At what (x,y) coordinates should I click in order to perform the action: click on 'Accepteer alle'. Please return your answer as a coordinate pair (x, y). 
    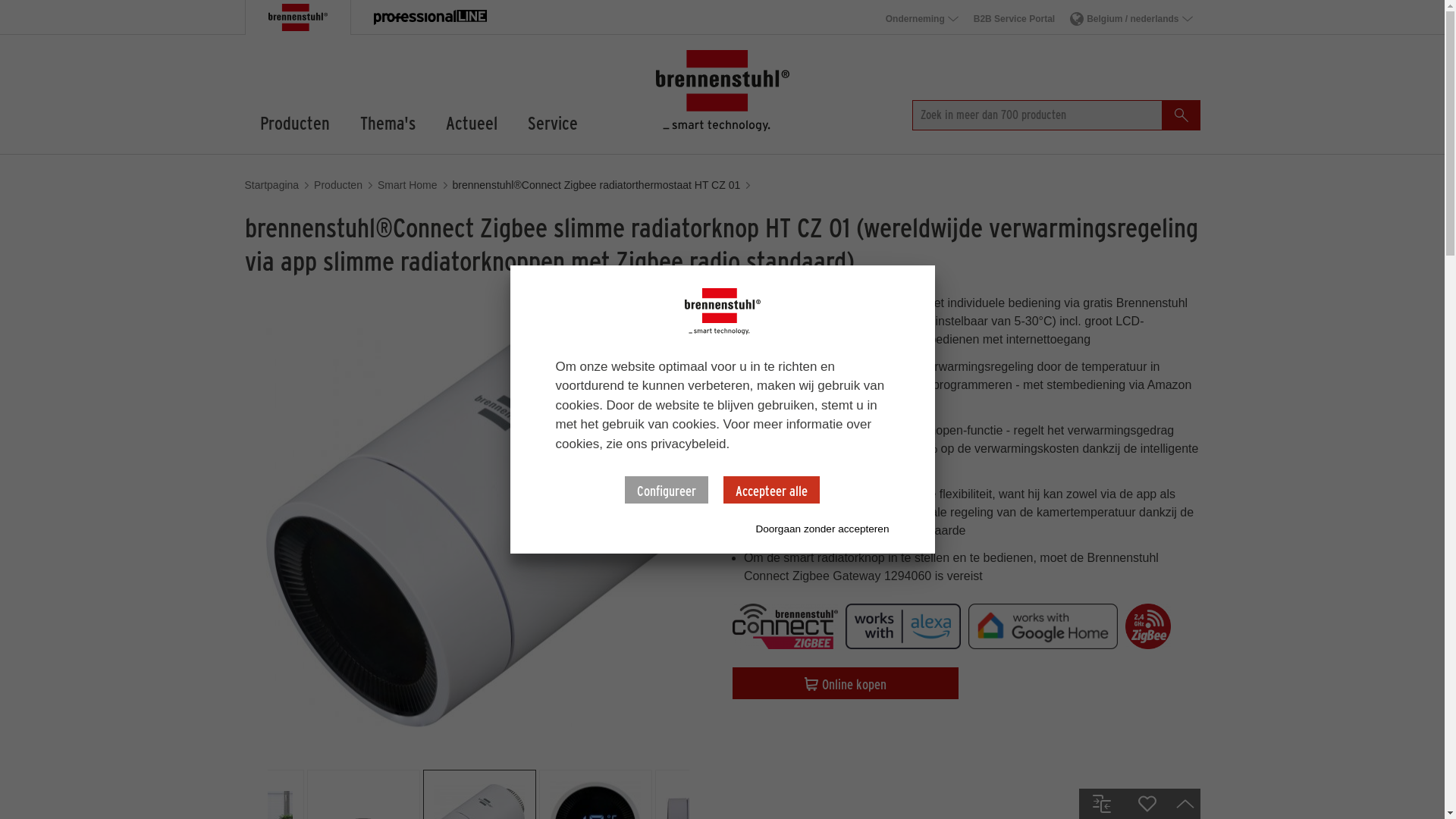
    Looking at the image, I should click on (771, 489).